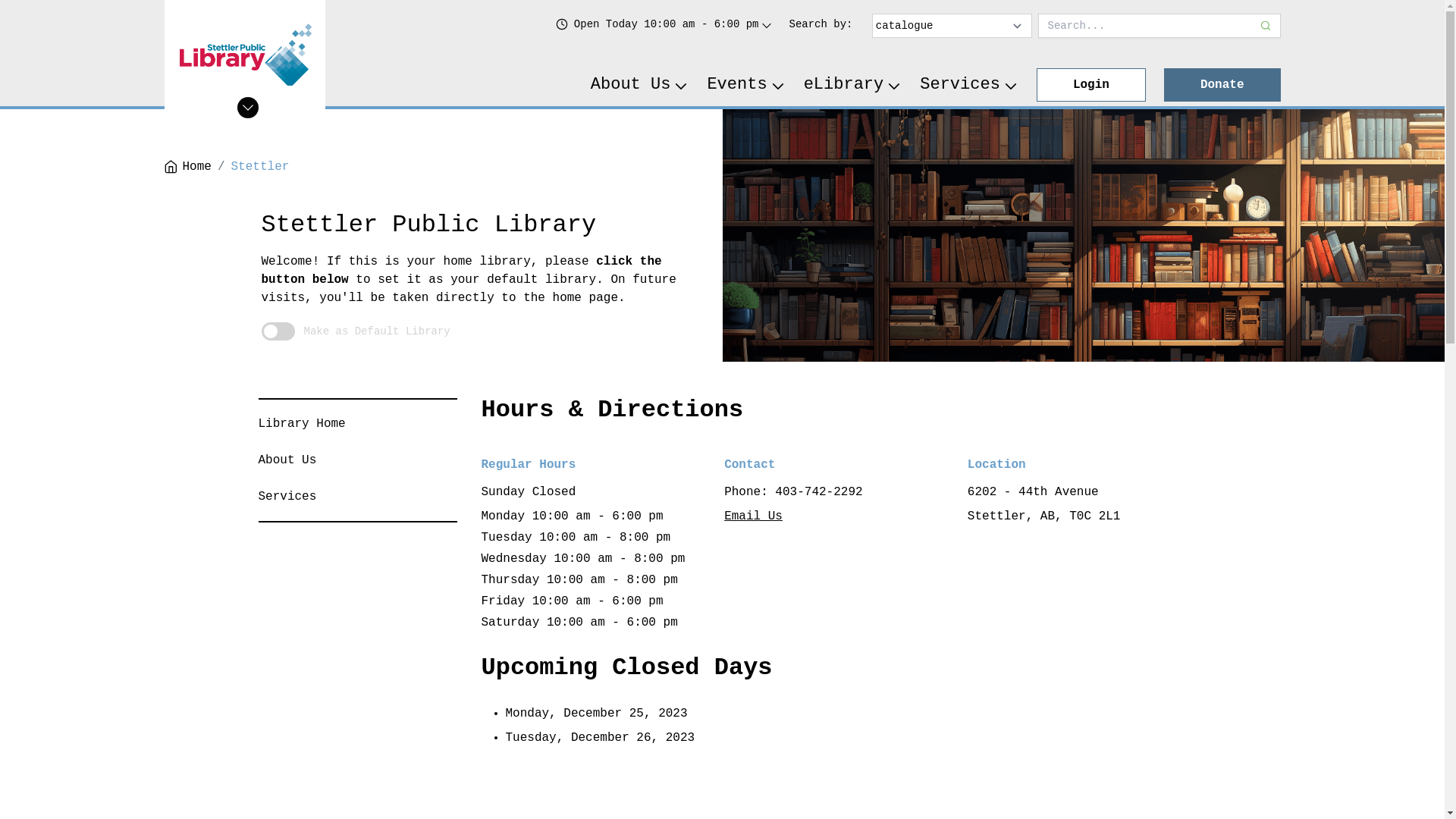  I want to click on 'eLibrary', so click(852, 84).